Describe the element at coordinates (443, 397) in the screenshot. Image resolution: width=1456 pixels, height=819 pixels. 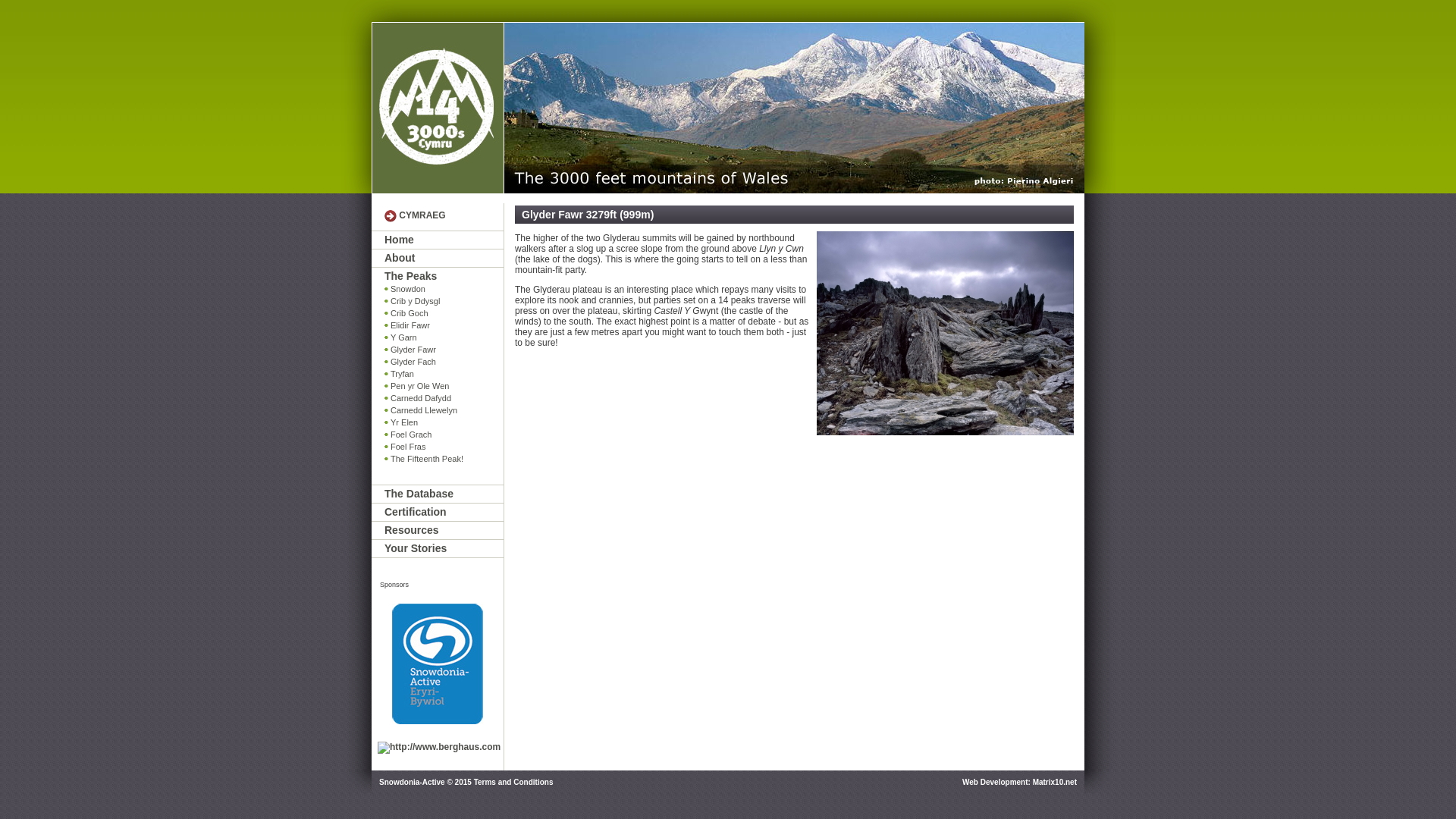
I see `'Carnedd Dafydd'` at that location.